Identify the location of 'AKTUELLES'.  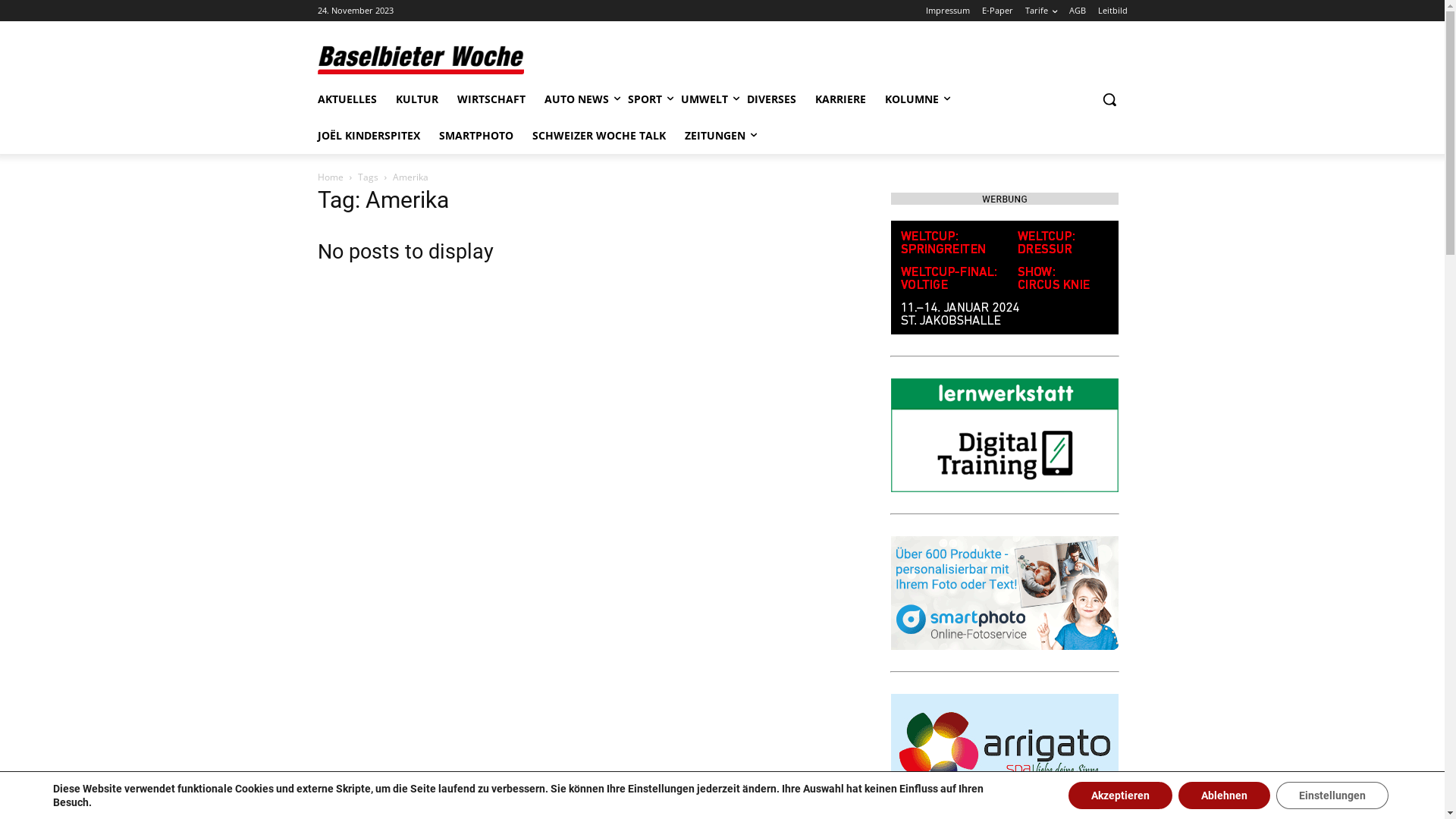
(315, 99).